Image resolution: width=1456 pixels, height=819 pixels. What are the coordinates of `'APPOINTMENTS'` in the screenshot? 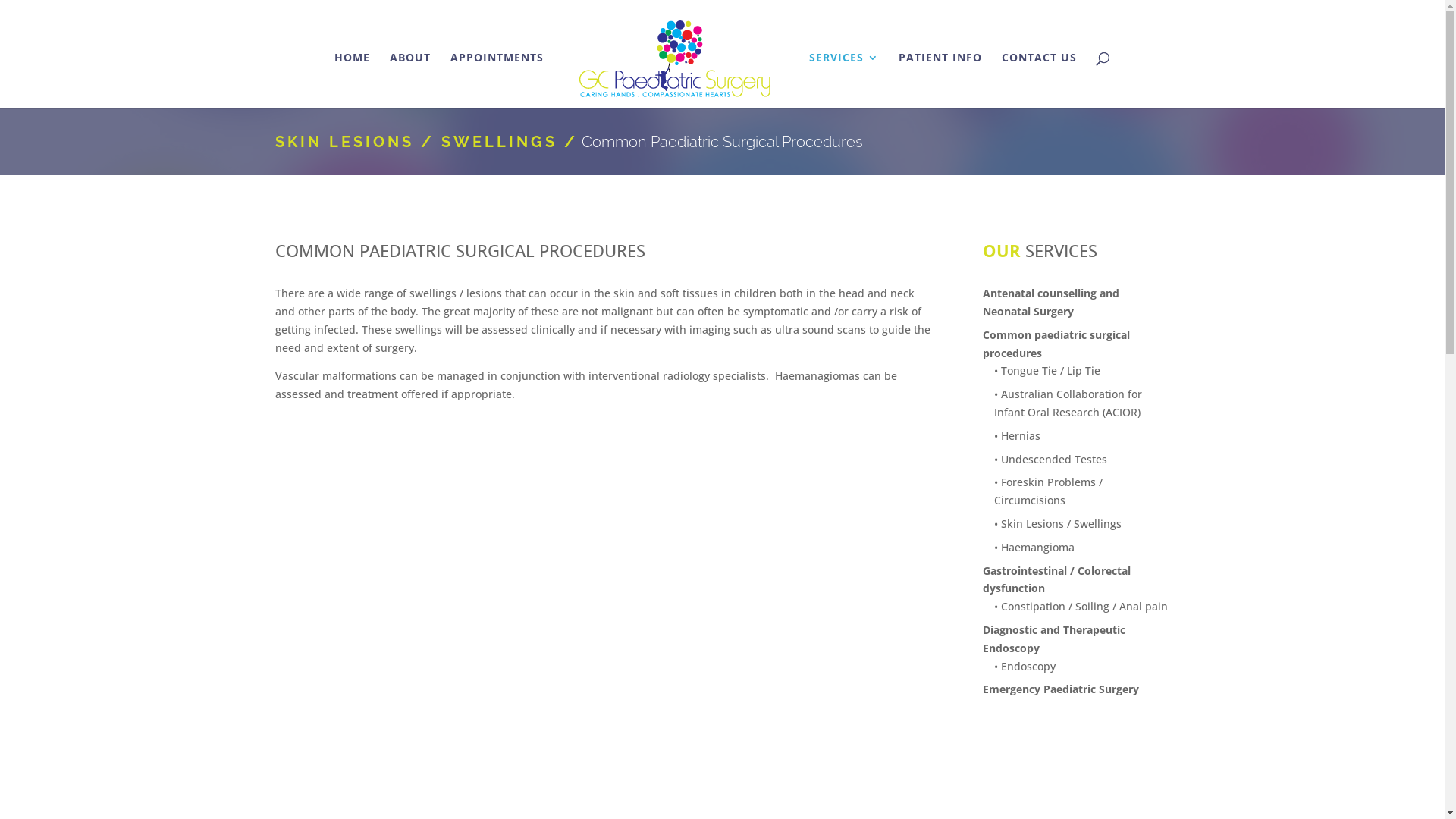 It's located at (497, 80).